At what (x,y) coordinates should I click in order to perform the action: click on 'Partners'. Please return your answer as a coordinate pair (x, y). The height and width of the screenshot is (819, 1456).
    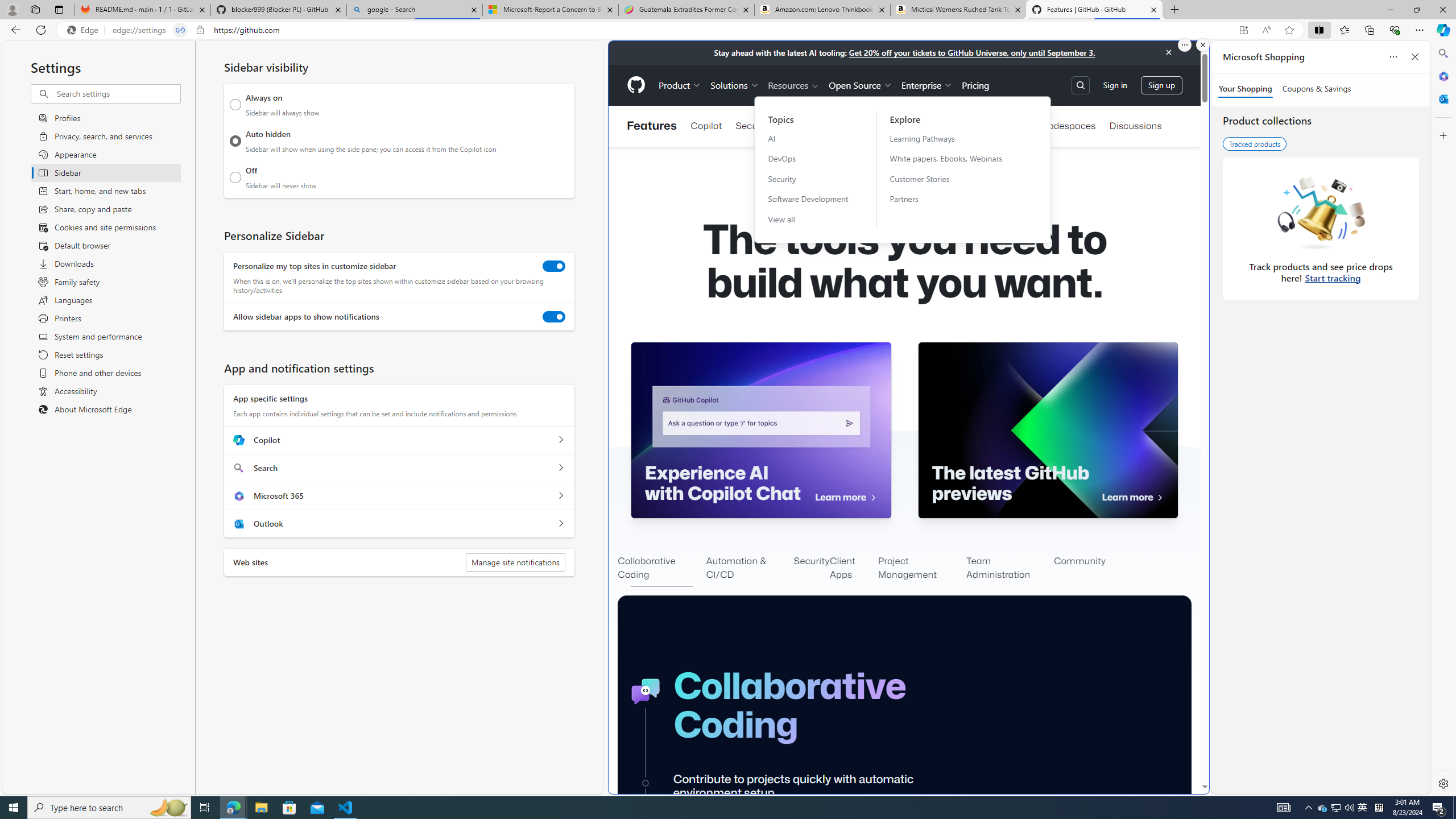
    Looking at the image, I should click on (953, 198).